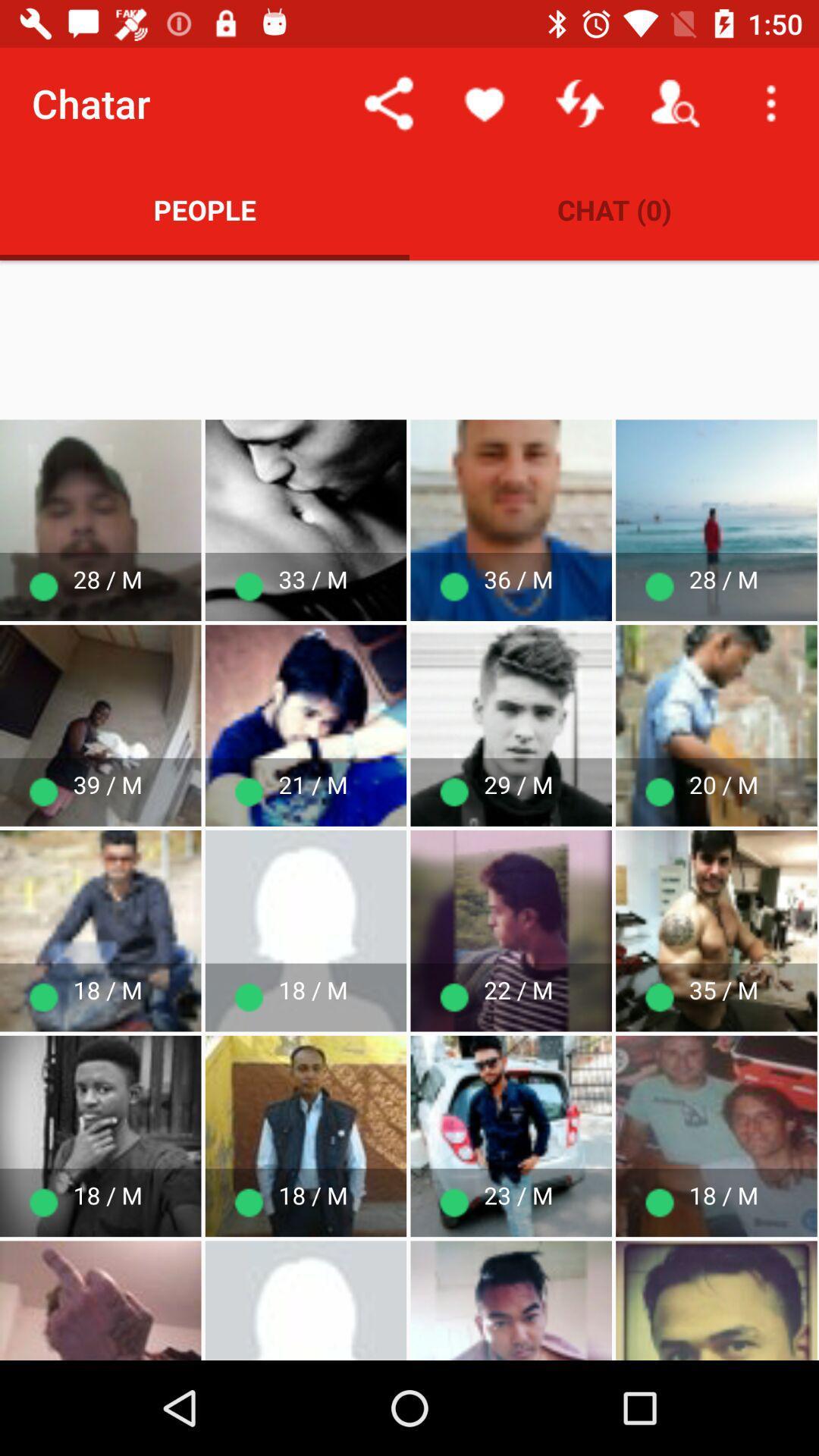  Describe the element at coordinates (388, 102) in the screenshot. I see `item next to the chatar icon` at that location.